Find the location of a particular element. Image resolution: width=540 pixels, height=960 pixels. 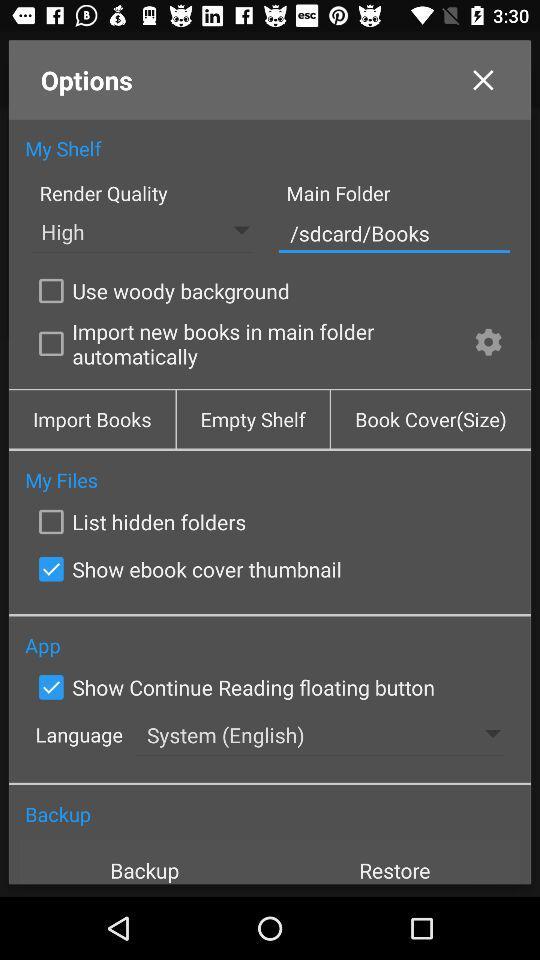

icon to the right of import new books item is located at coordinates (487, 345).